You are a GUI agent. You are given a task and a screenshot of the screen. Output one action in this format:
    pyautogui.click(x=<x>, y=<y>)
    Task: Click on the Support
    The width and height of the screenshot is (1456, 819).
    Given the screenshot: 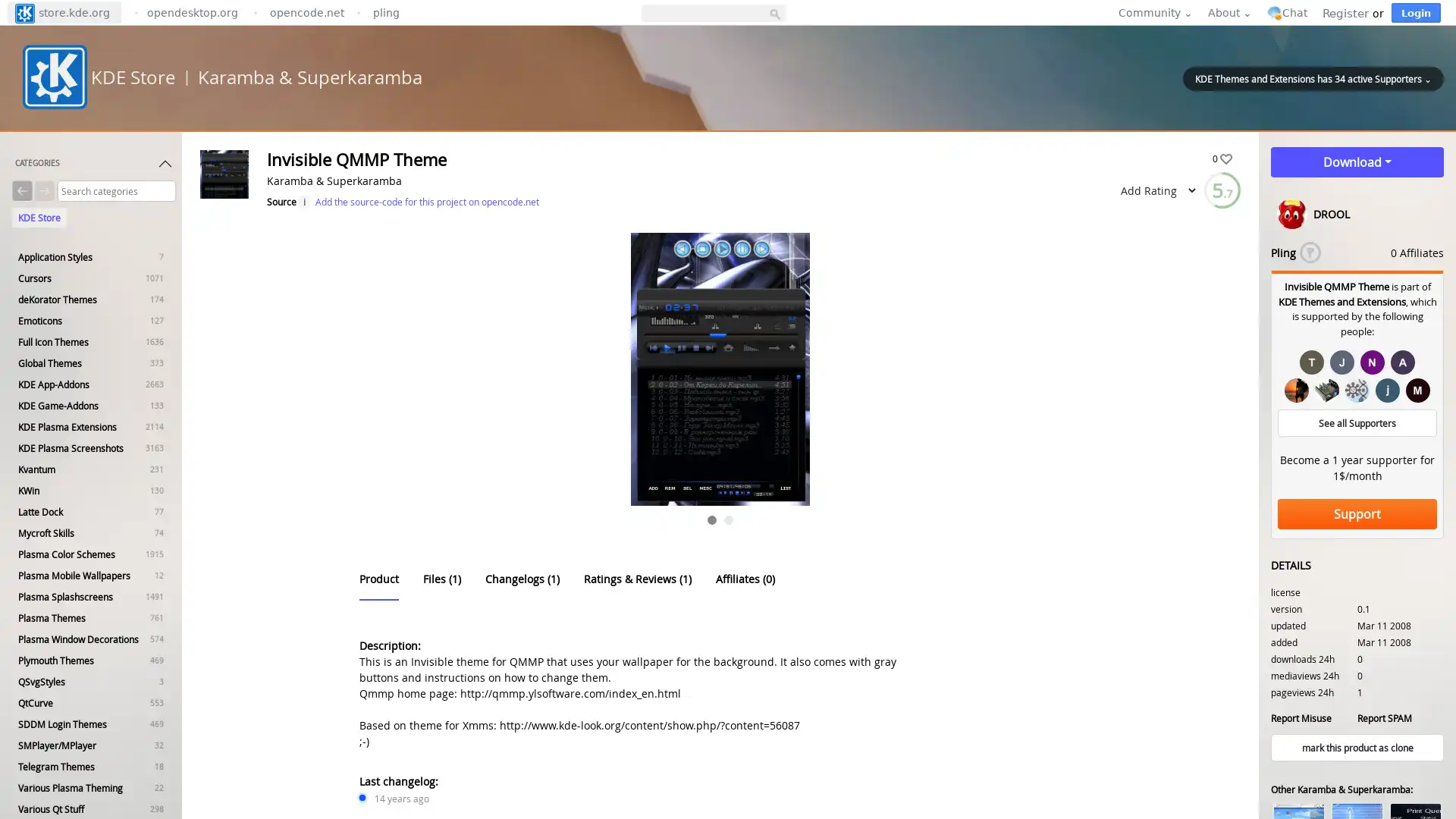 What is the action you would take?
    pyautogui.click(x=1357, y=513)
    